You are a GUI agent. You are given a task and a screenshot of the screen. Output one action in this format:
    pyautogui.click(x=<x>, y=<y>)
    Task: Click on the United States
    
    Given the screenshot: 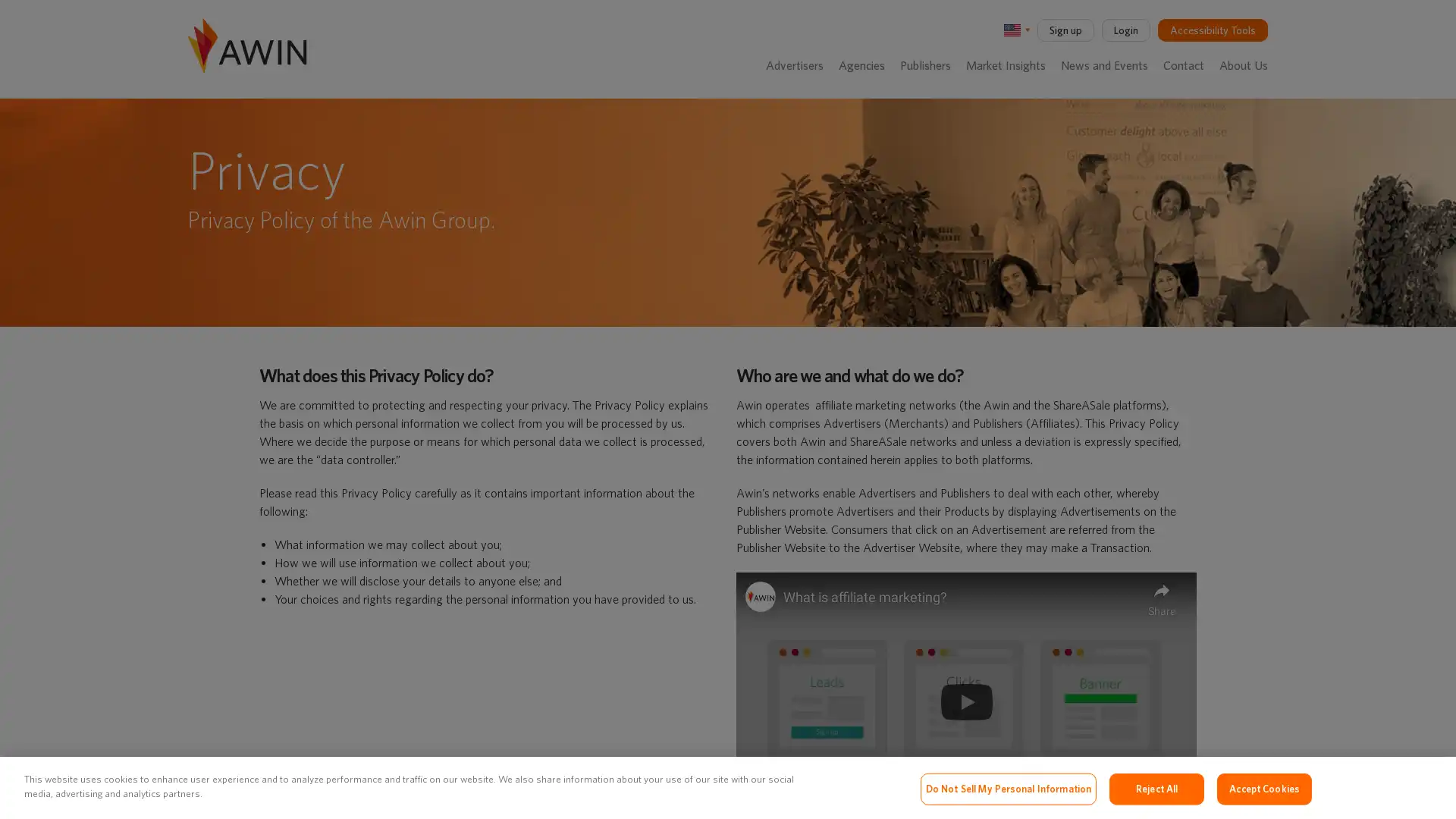 What is the action you would take?
    pyautogui.click(x=1015, y=30)
    